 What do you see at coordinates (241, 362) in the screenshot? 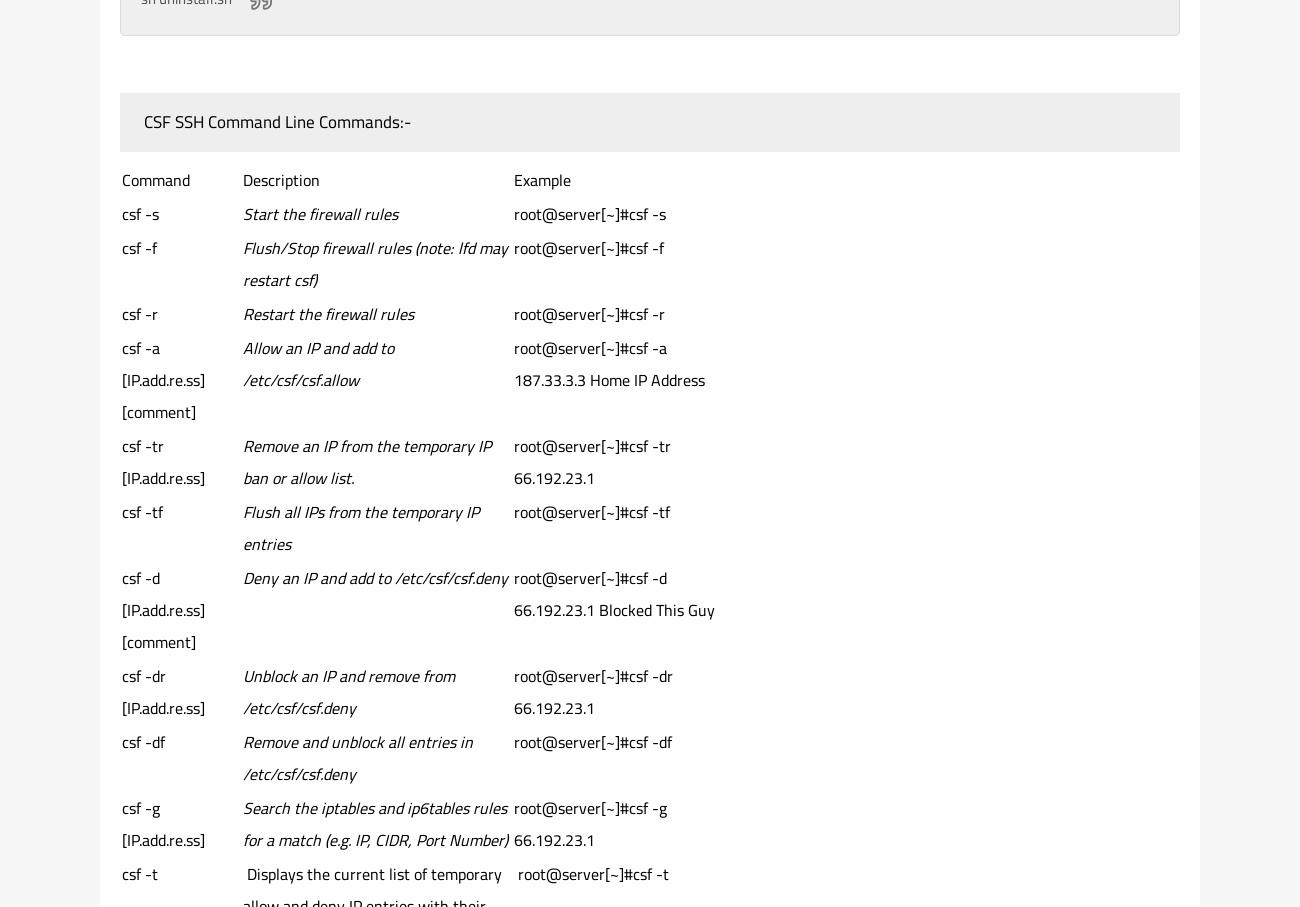
I see `'Allow an IP and add to /etc/csf/csf.allow'` at bounding box center [241, 362].